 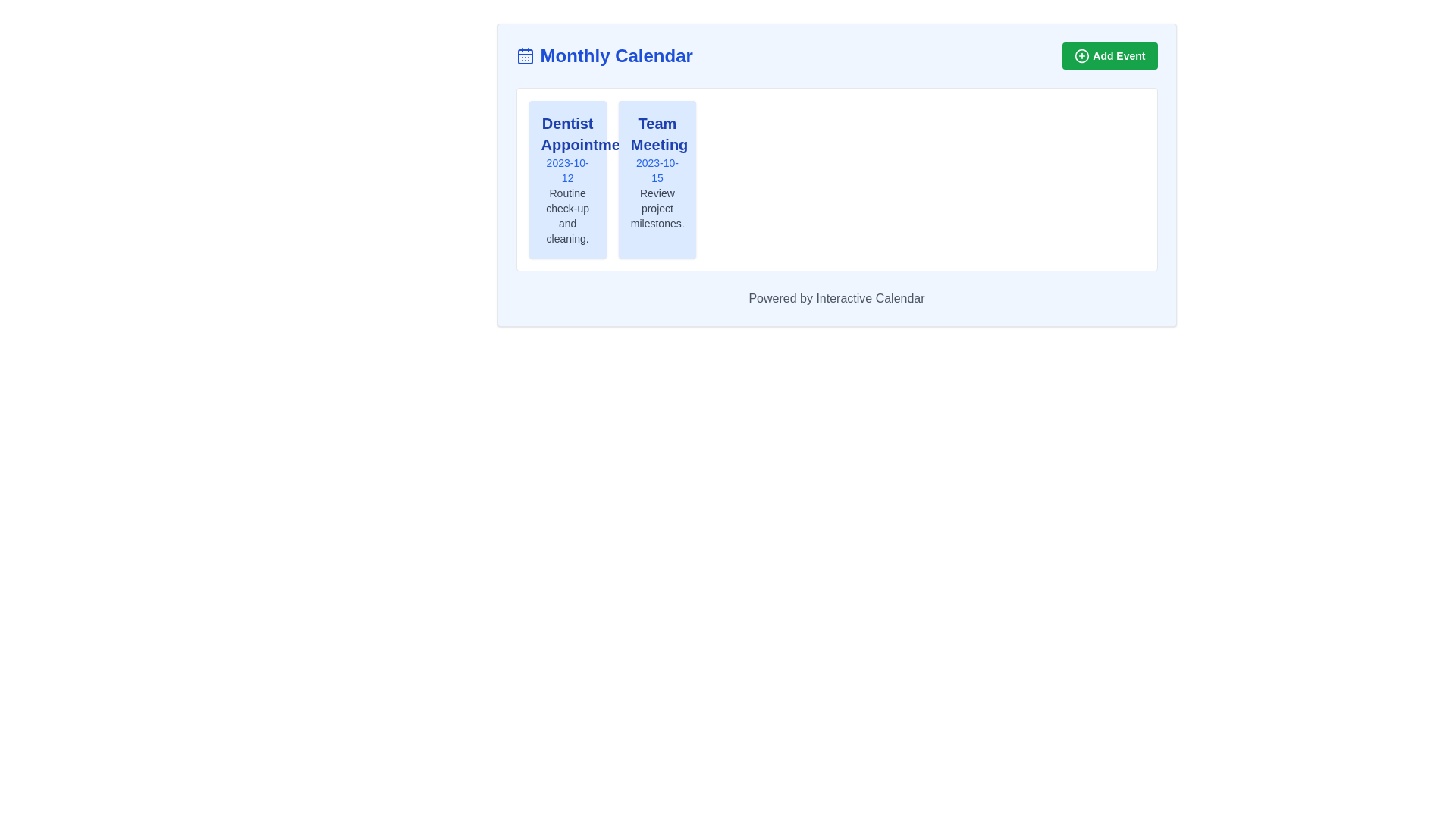 What do you see at coordinates (657, 133) in the screenshot?
I see `the text label displaying 'Team Meeting' in bold, extra-large blue font, which is located at the top of a card layout within a calendar grid` at bounding box center [657, 133].